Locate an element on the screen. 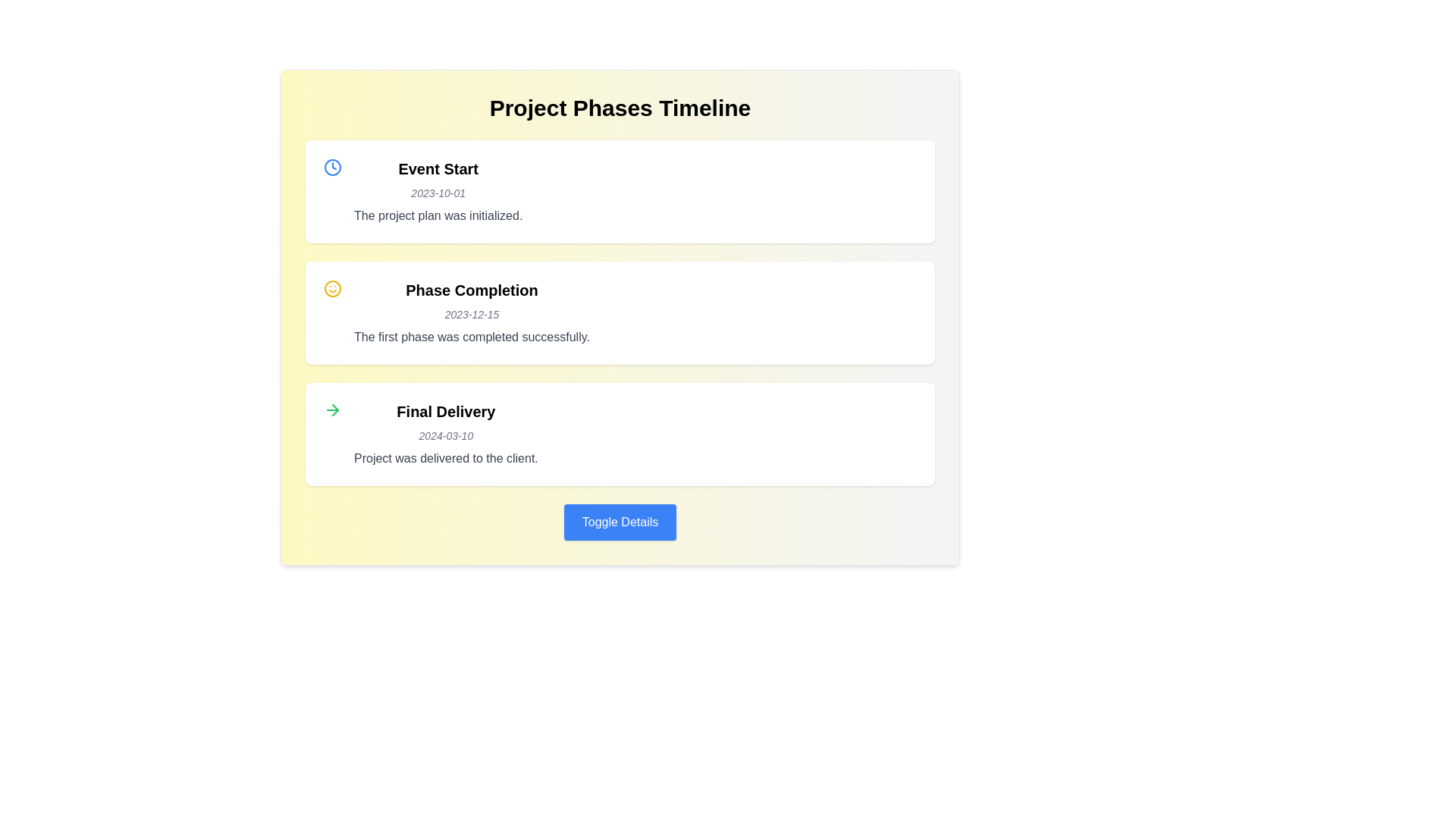 The image size is (1456, 819). text header indicating the start of the first event in the timeline, located at the top of the first box in a vertical sequence of three timeline cards is located at coordinates (438, 169).